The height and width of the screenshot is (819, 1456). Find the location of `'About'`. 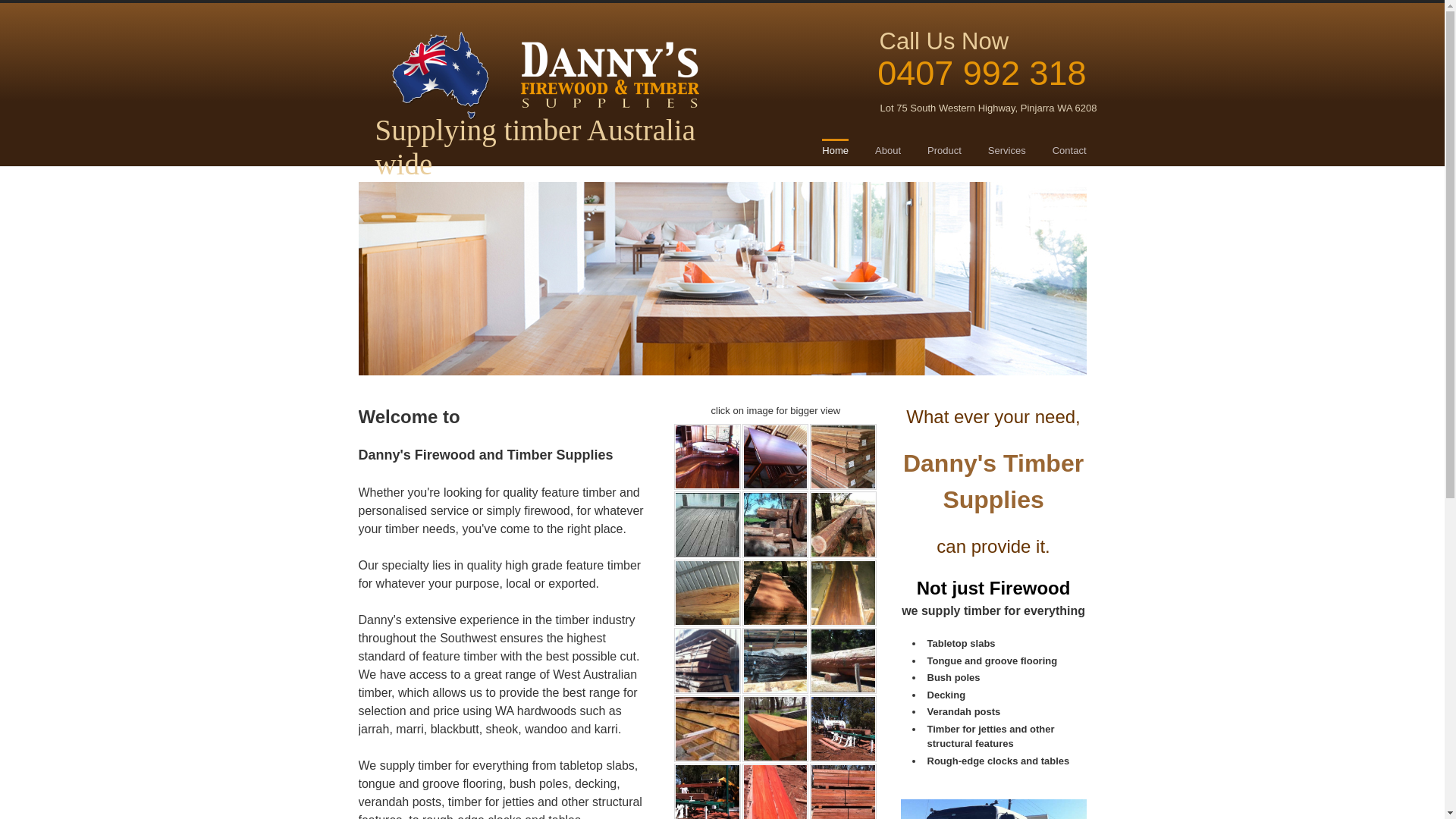

'About' is located at coordinates (888, 152).